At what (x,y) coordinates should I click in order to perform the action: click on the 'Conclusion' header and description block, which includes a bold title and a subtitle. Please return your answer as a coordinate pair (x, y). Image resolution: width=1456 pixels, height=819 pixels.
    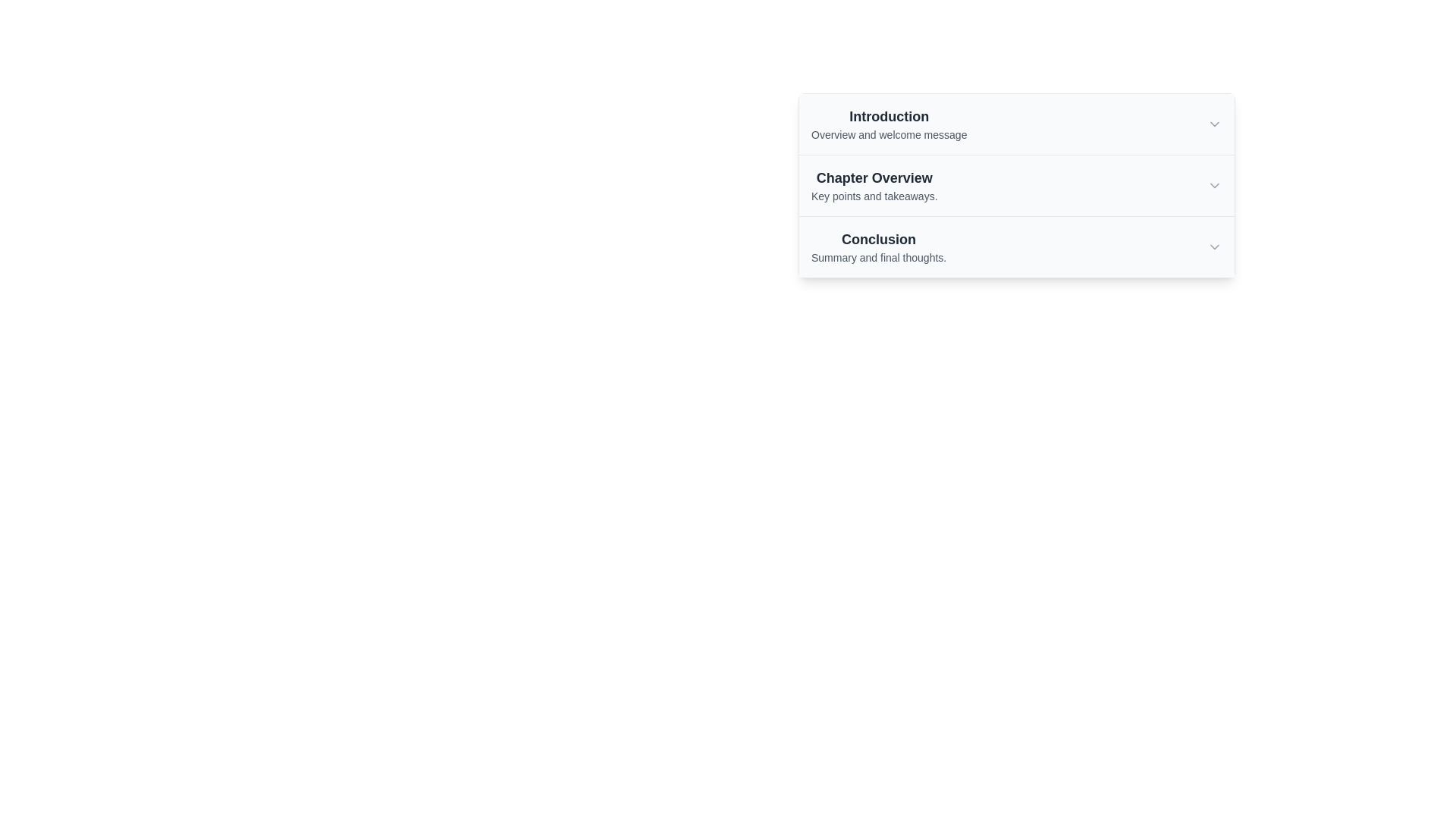
    Looking at the image, I should click on (879, 246).